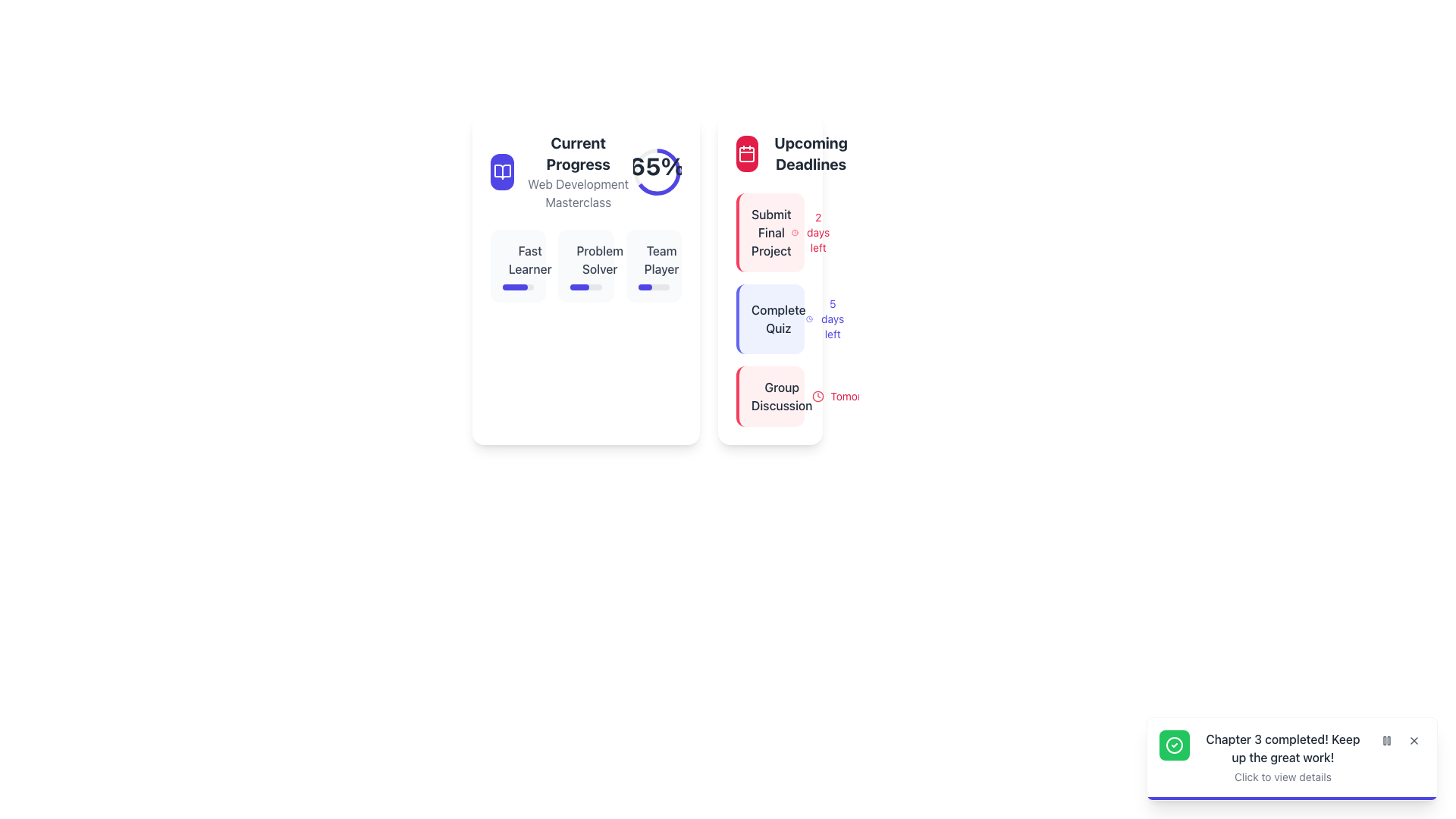 Image resolution: width=1456 pixels, height=819 pixels. Describe the element at coordinates (1291, 758) in the screenshot. I see `the Notification Panel that displays 'Chapter 3 completed! Keep up the great work!' to navigate details` at that location.